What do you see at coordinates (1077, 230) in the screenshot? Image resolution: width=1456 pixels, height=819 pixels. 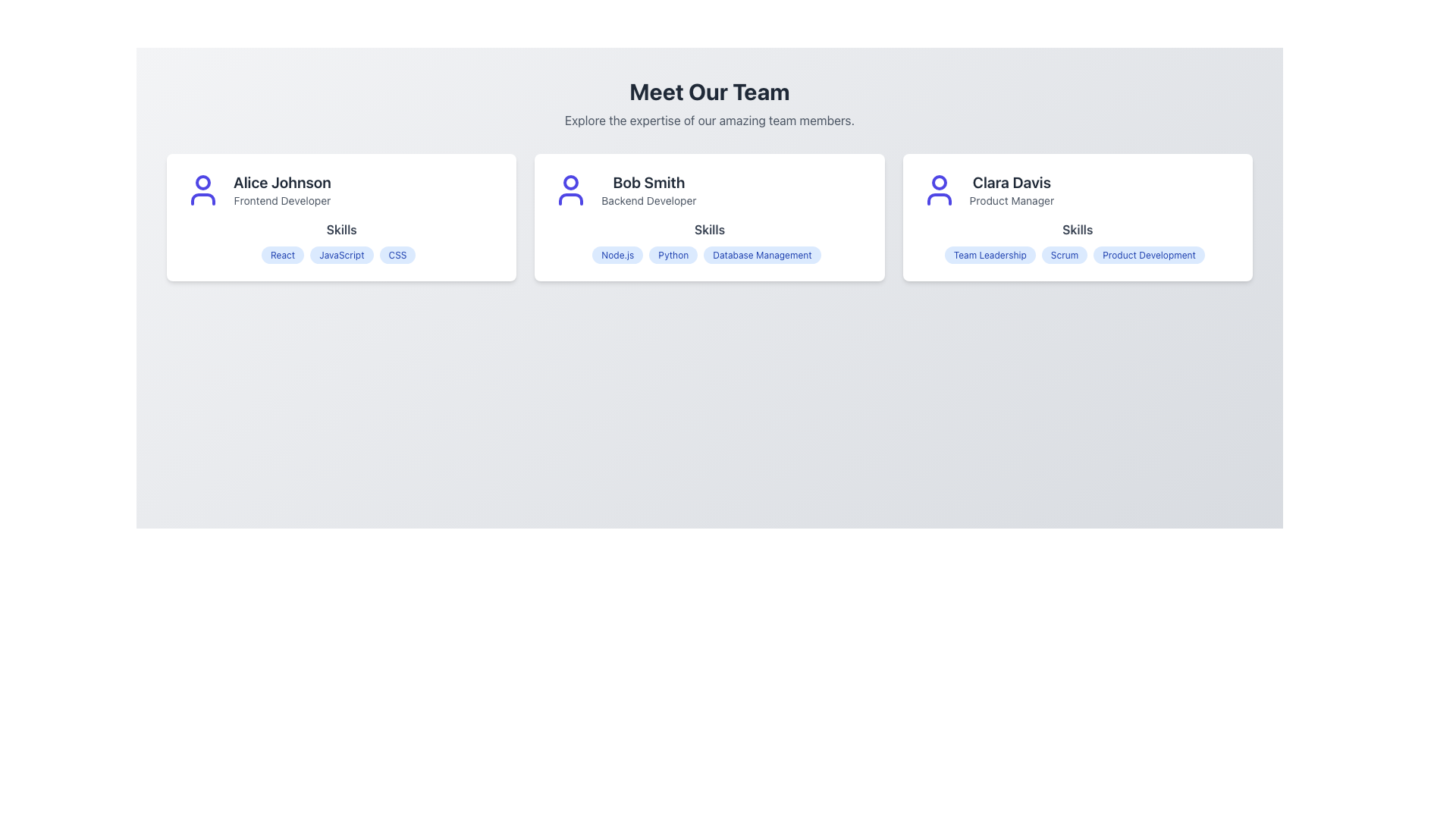 I see `the text label indicating the beginning of the skills section for 'Clara Davis', positioned at the top-center of the third card from the left` at bounding box center [1077, 230].